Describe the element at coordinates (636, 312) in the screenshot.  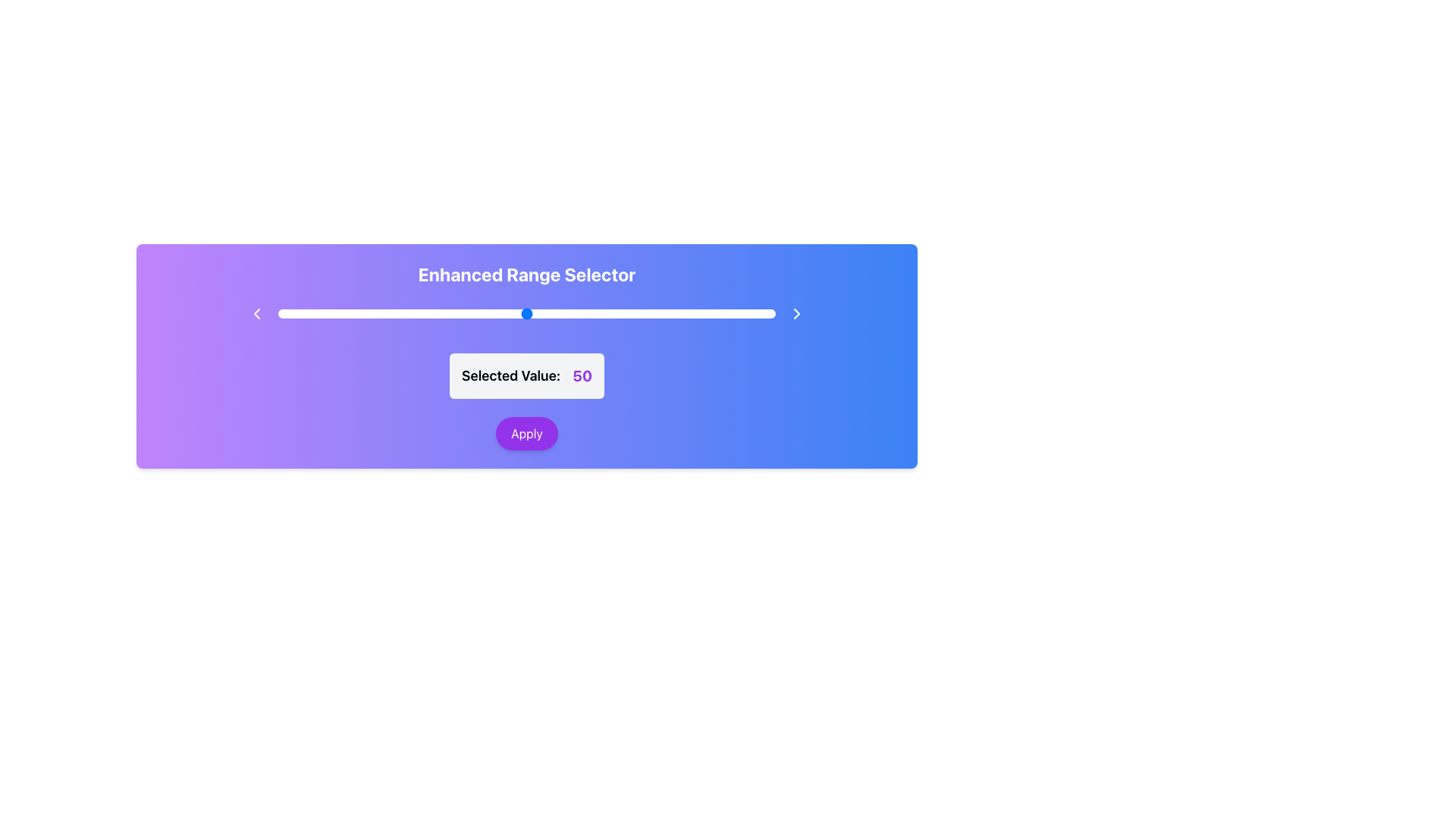
I see `the slider` at that location.